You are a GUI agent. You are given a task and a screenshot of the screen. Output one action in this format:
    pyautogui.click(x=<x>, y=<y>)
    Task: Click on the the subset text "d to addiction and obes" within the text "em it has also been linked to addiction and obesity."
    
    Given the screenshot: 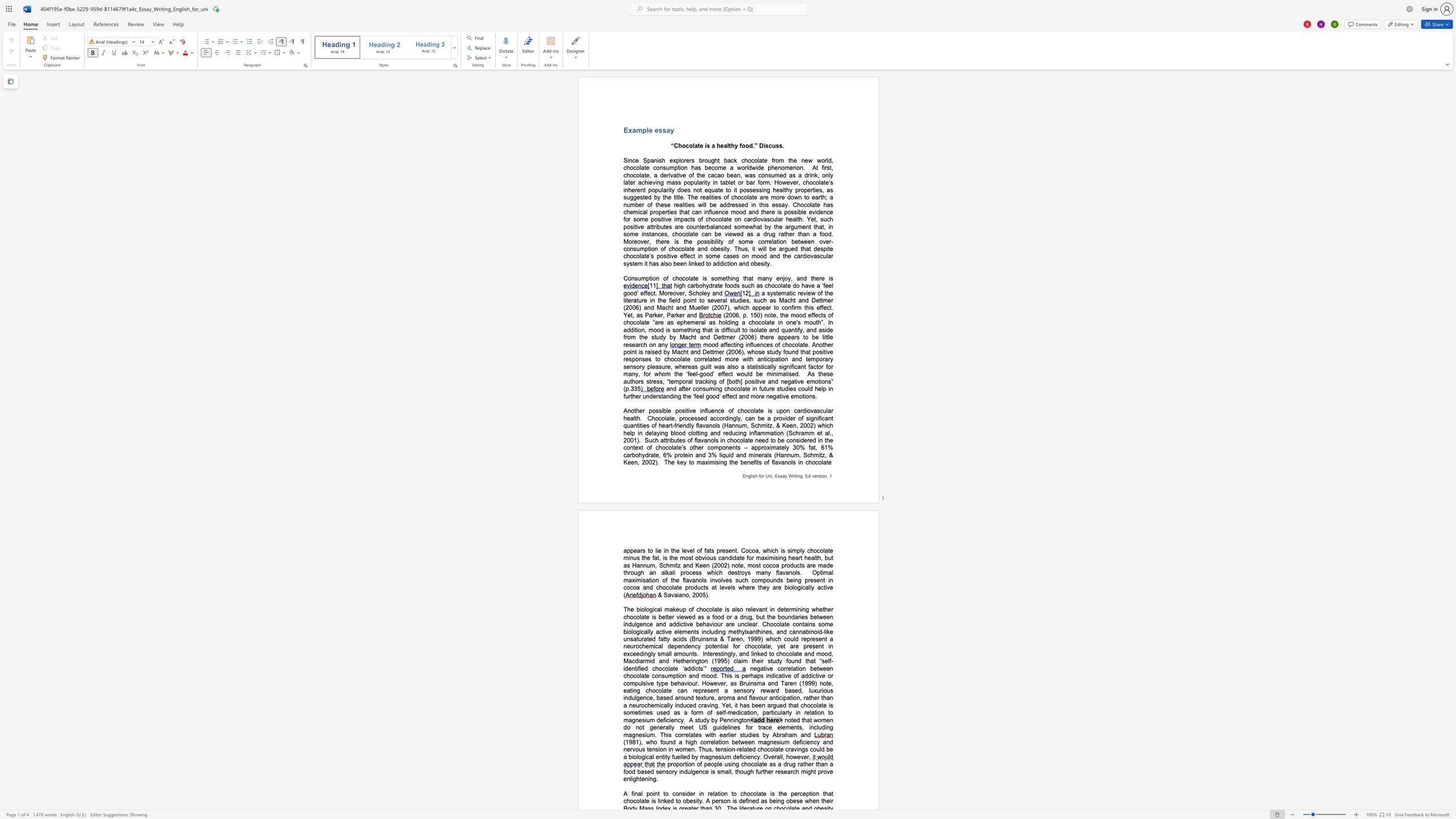 What is the action you would take?
    pyautogui.click(x=700, y=263)
    